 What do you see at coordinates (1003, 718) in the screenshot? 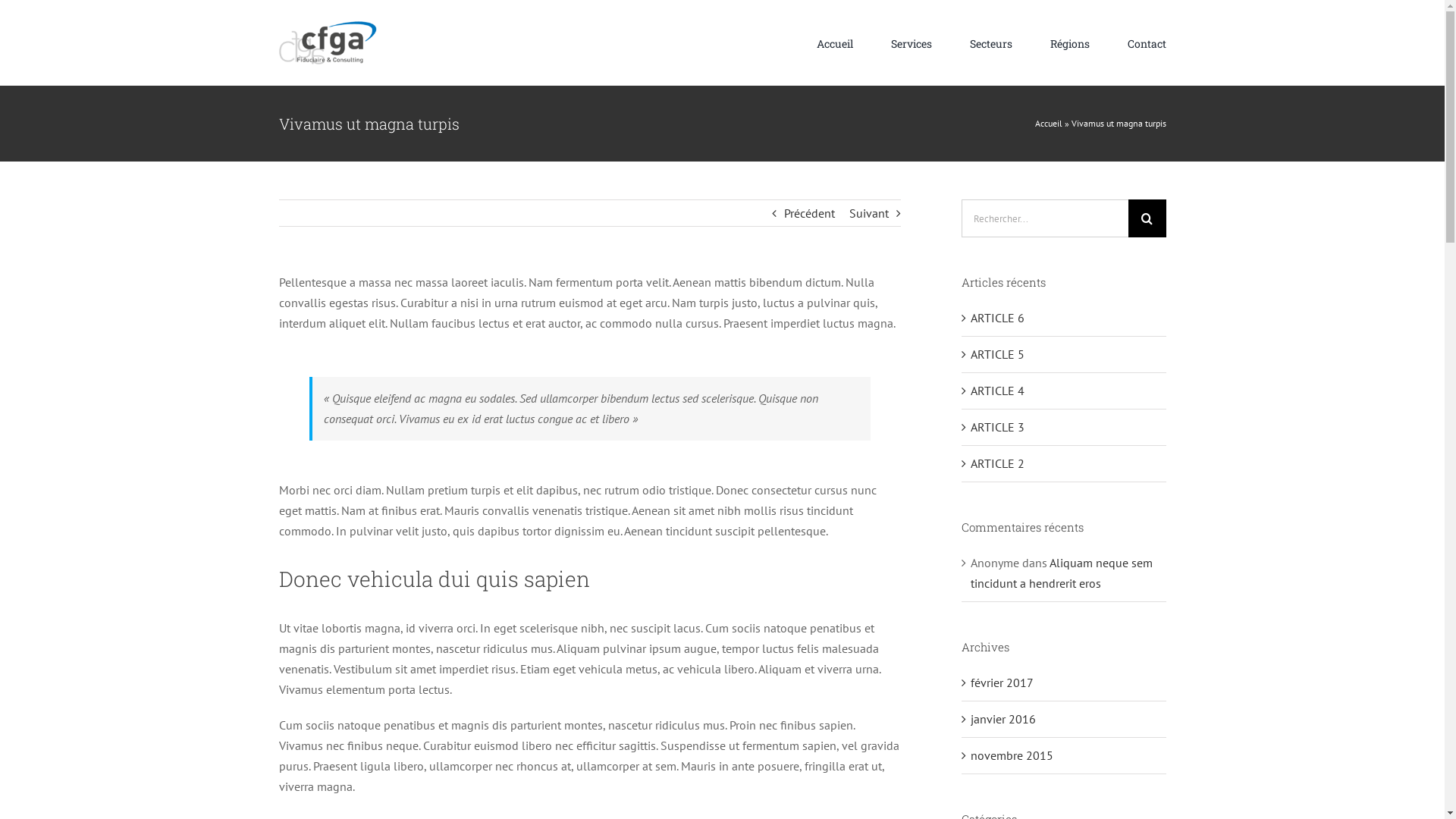
I see `'janvier 2016'` at bounding box center [1003, 718].